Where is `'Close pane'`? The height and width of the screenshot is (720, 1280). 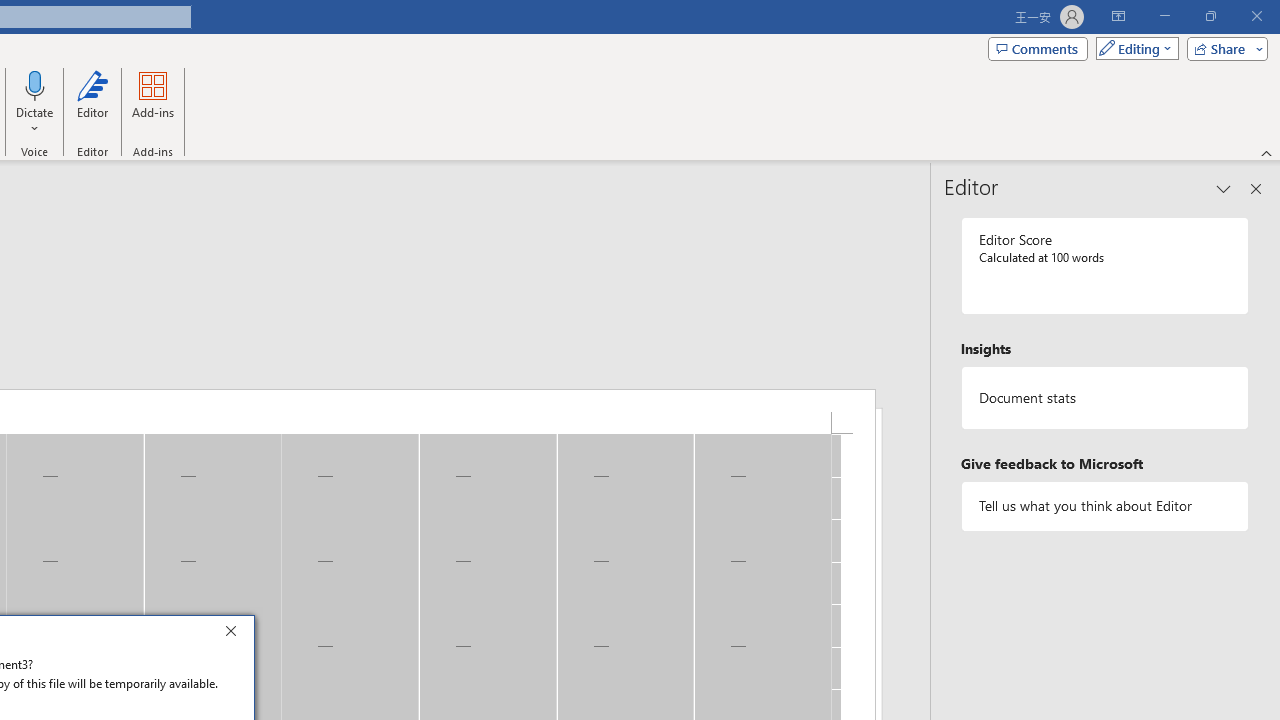 'Close pane' is located at coordinates (1255, 189).